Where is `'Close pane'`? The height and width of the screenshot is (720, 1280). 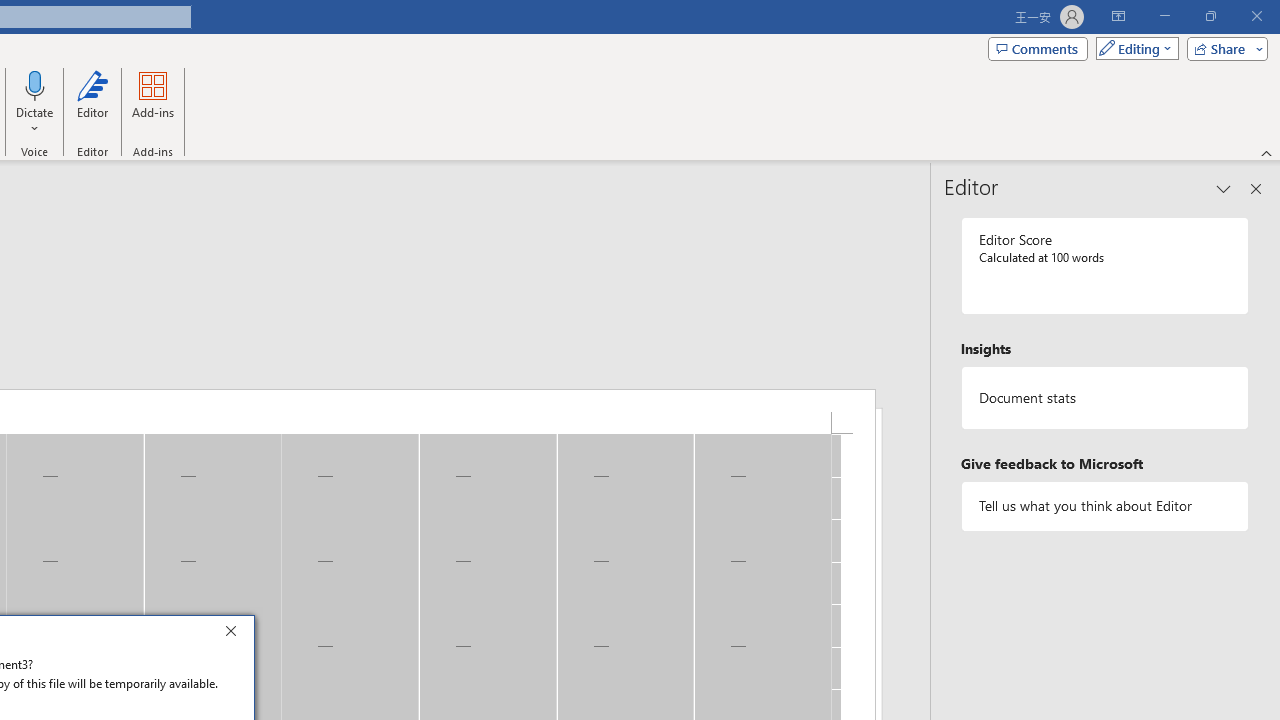 'Close pane' is located at coordinates (1255, 189).